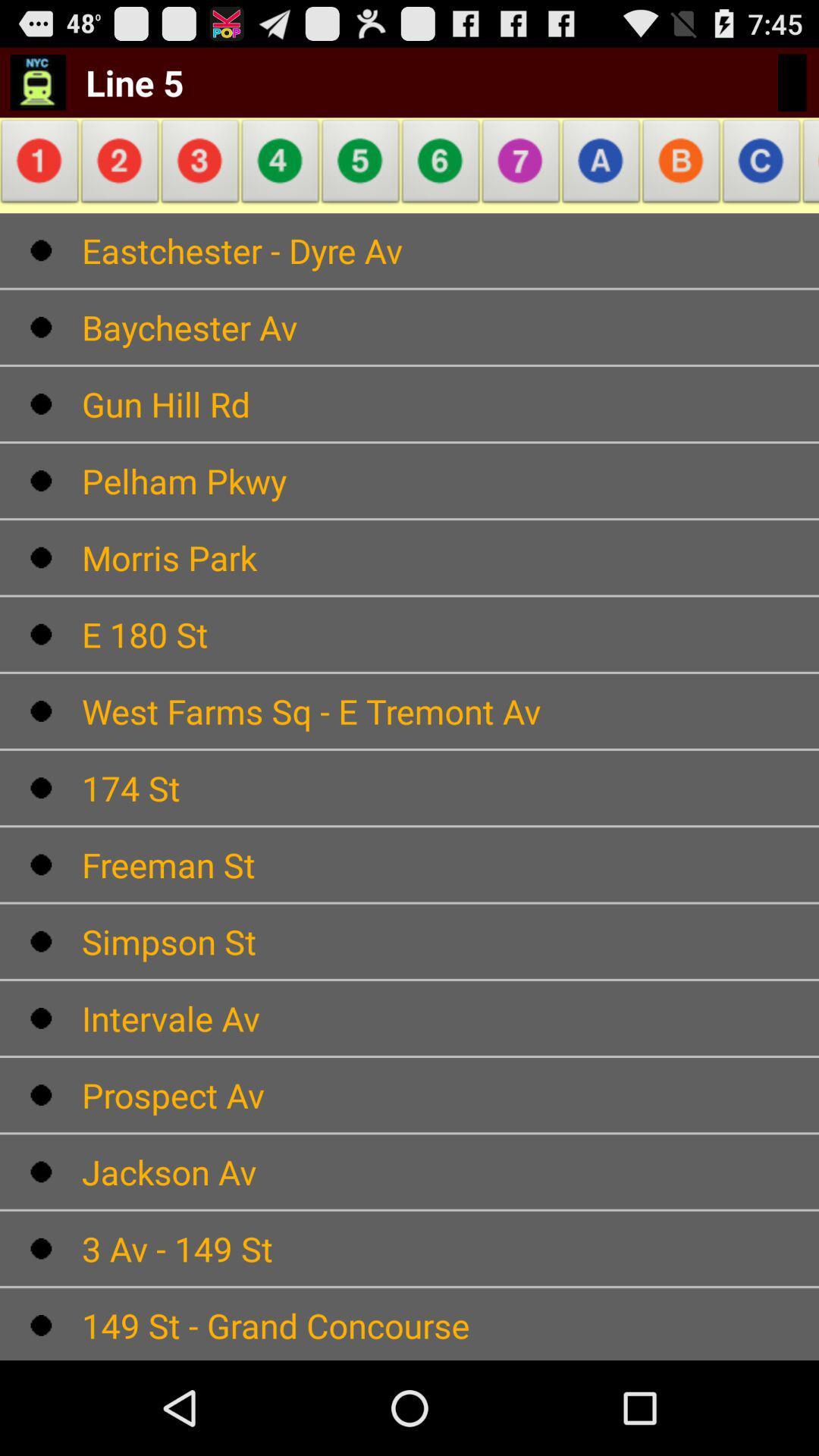 The height and width of the screenshot is (1456, 819). Describe the element at coordinates (761, 177) in the screenshot. I see `the add icon` at that location.